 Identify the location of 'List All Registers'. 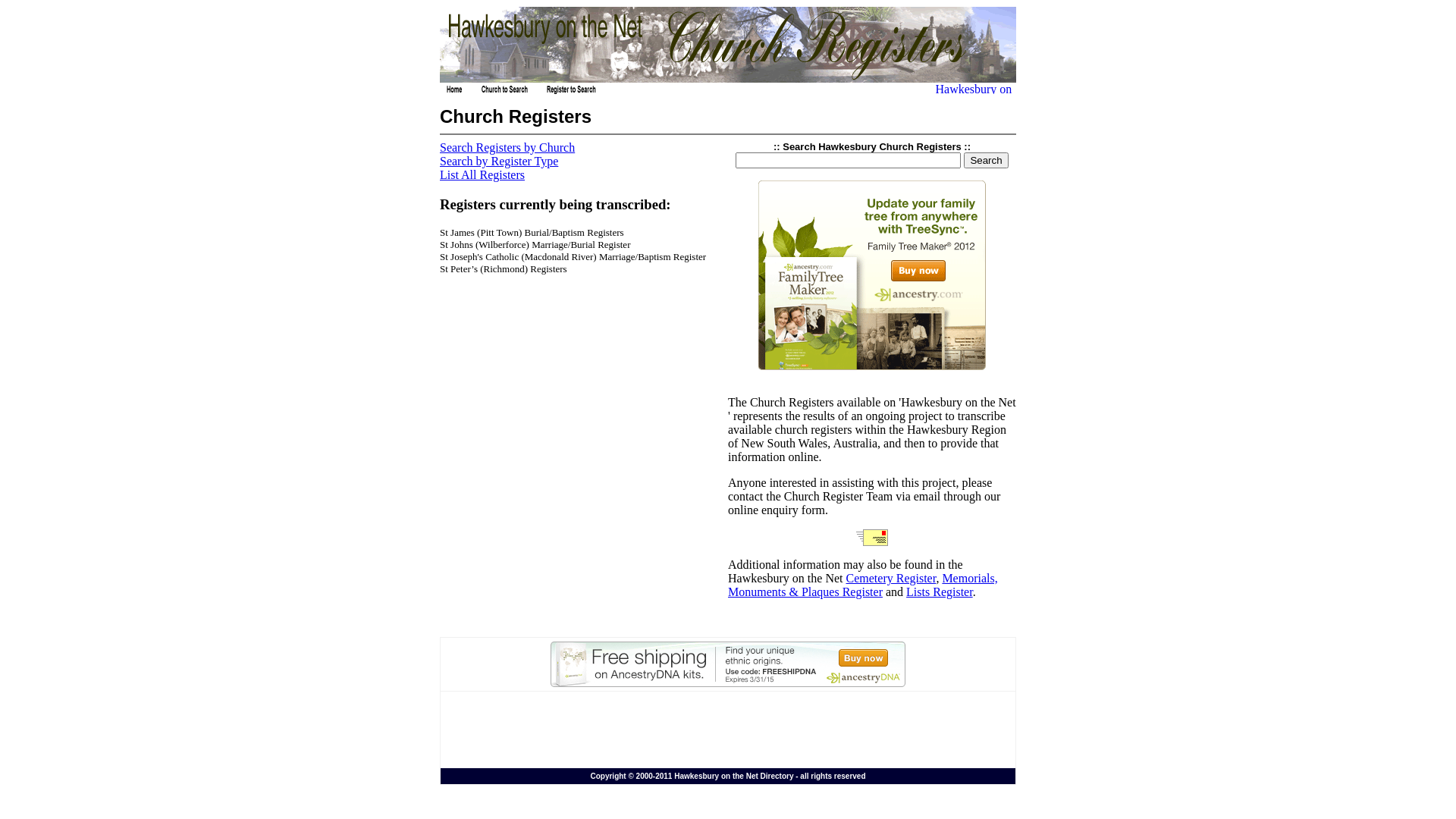
(481, 174).